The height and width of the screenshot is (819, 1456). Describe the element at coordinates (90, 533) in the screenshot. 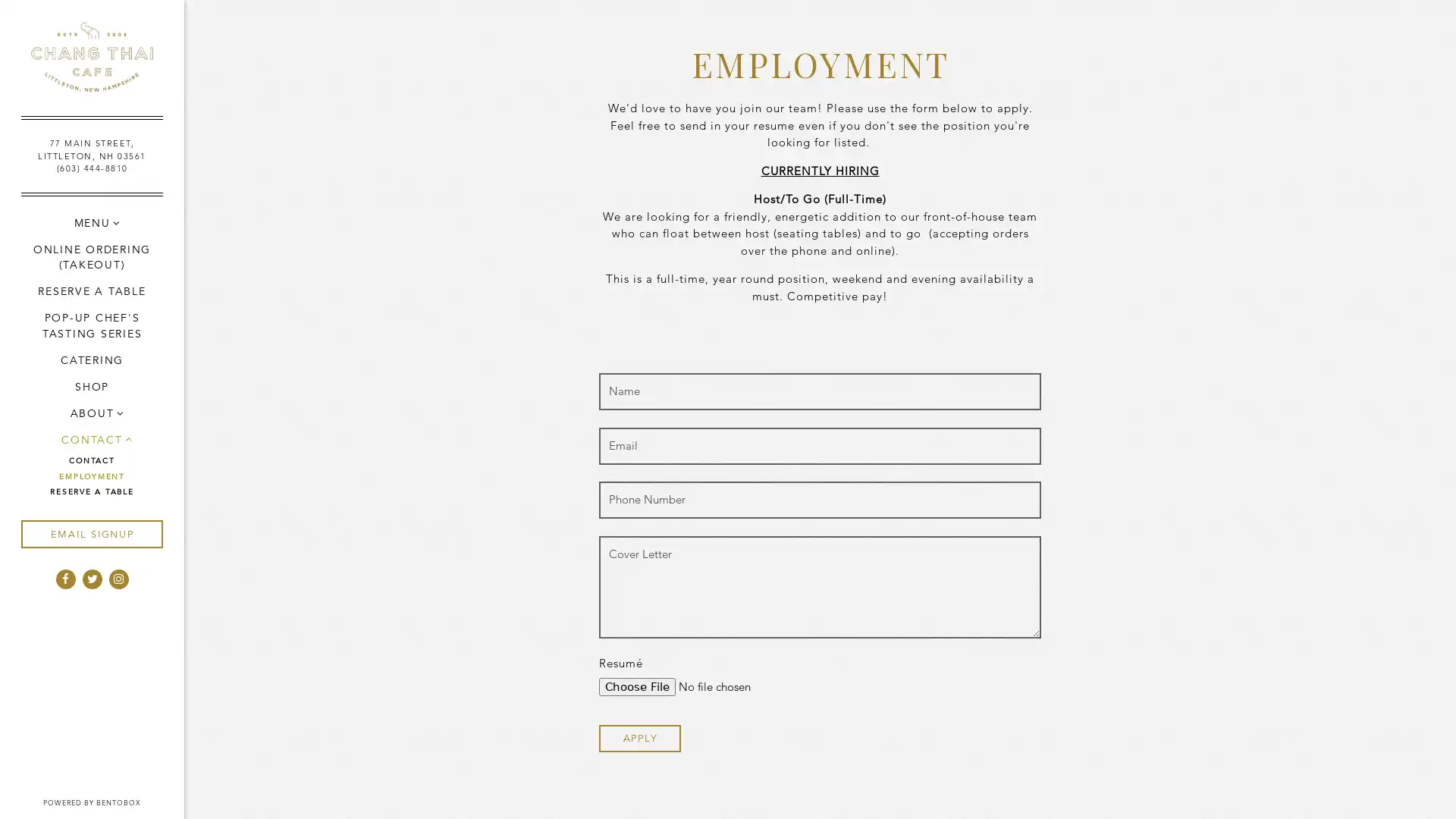

I see `EMAIL SIGNUP` at that location.